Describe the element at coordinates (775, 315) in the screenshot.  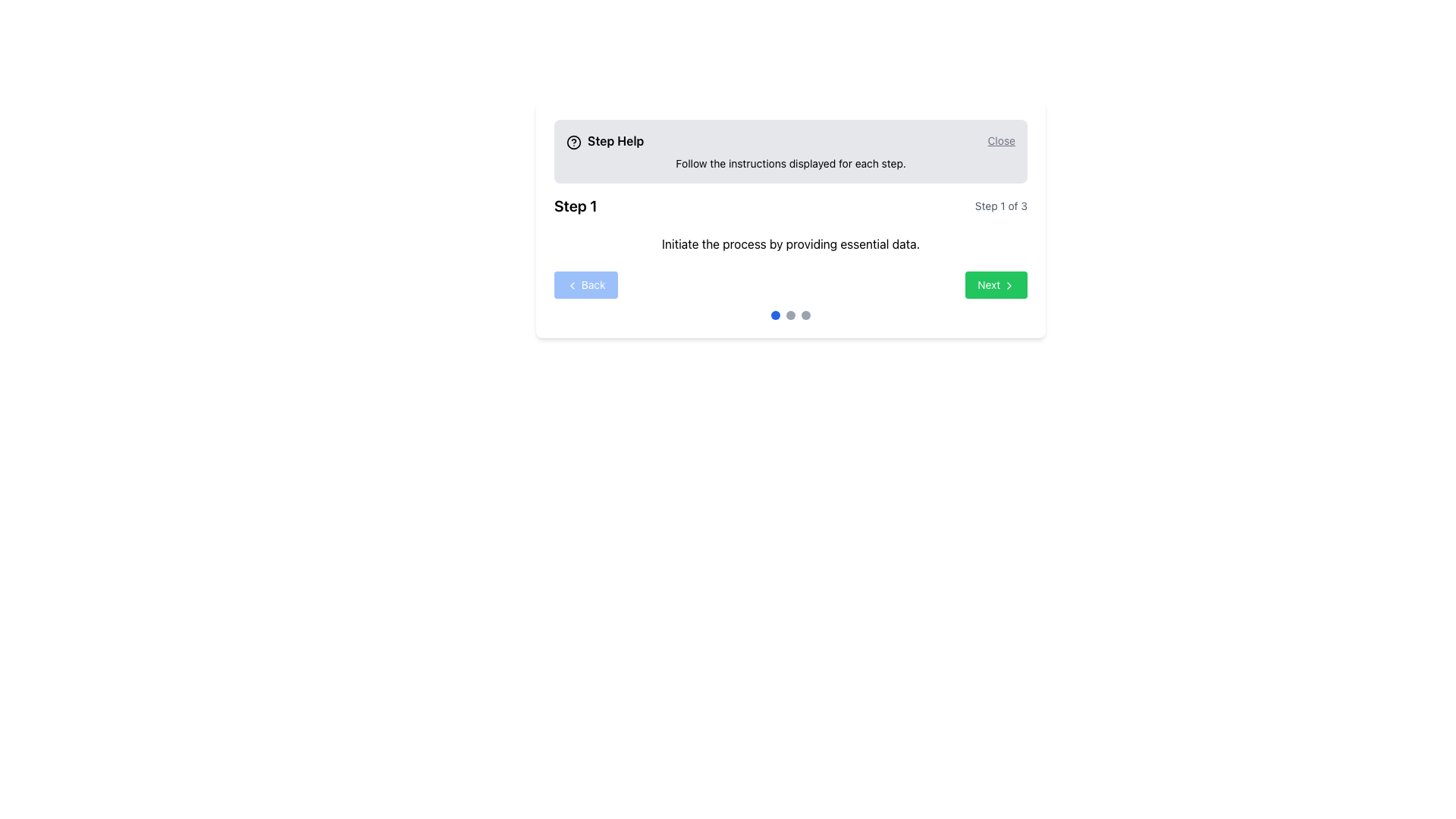
I see `the state of the first blue circular Dot indicator located among three indicators below the main content area` at that location.